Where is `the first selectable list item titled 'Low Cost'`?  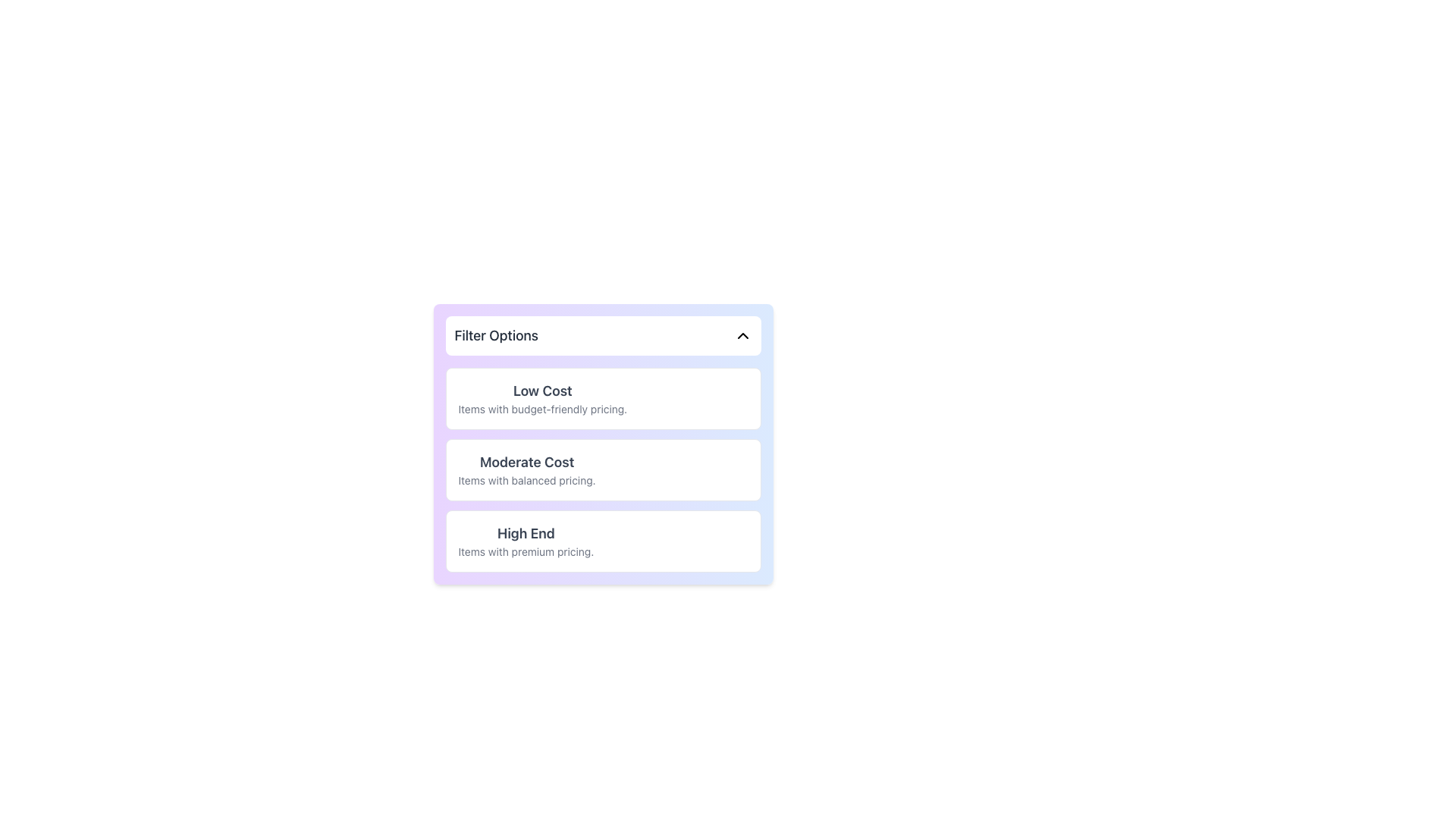
the first selectable list item titled 'Low Cost' is located at coordinates (542, 397).